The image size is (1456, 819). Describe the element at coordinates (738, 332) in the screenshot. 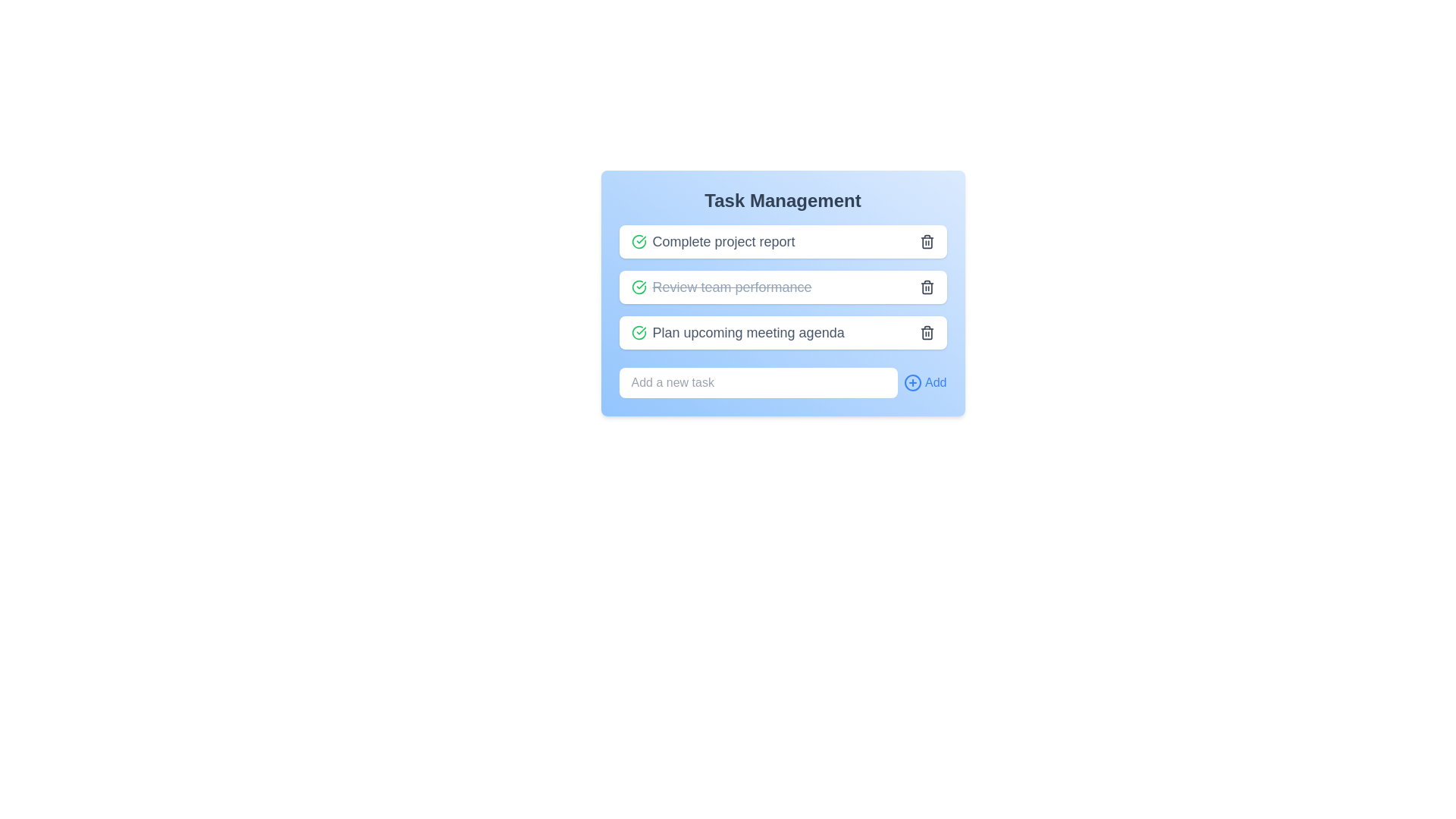

I see `text label 'Plan upcoming meeting agenda' which is displayed in a large, bold, gray-colored font next to a green checkmark icon, positioned in the third task of the Task Management card` at that location.